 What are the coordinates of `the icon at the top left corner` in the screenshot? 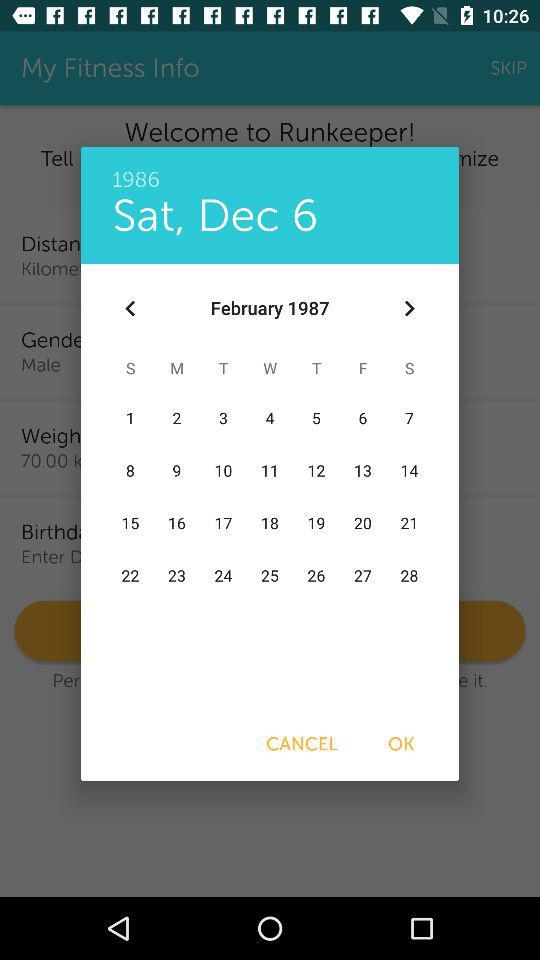 It's located at (130, 308).